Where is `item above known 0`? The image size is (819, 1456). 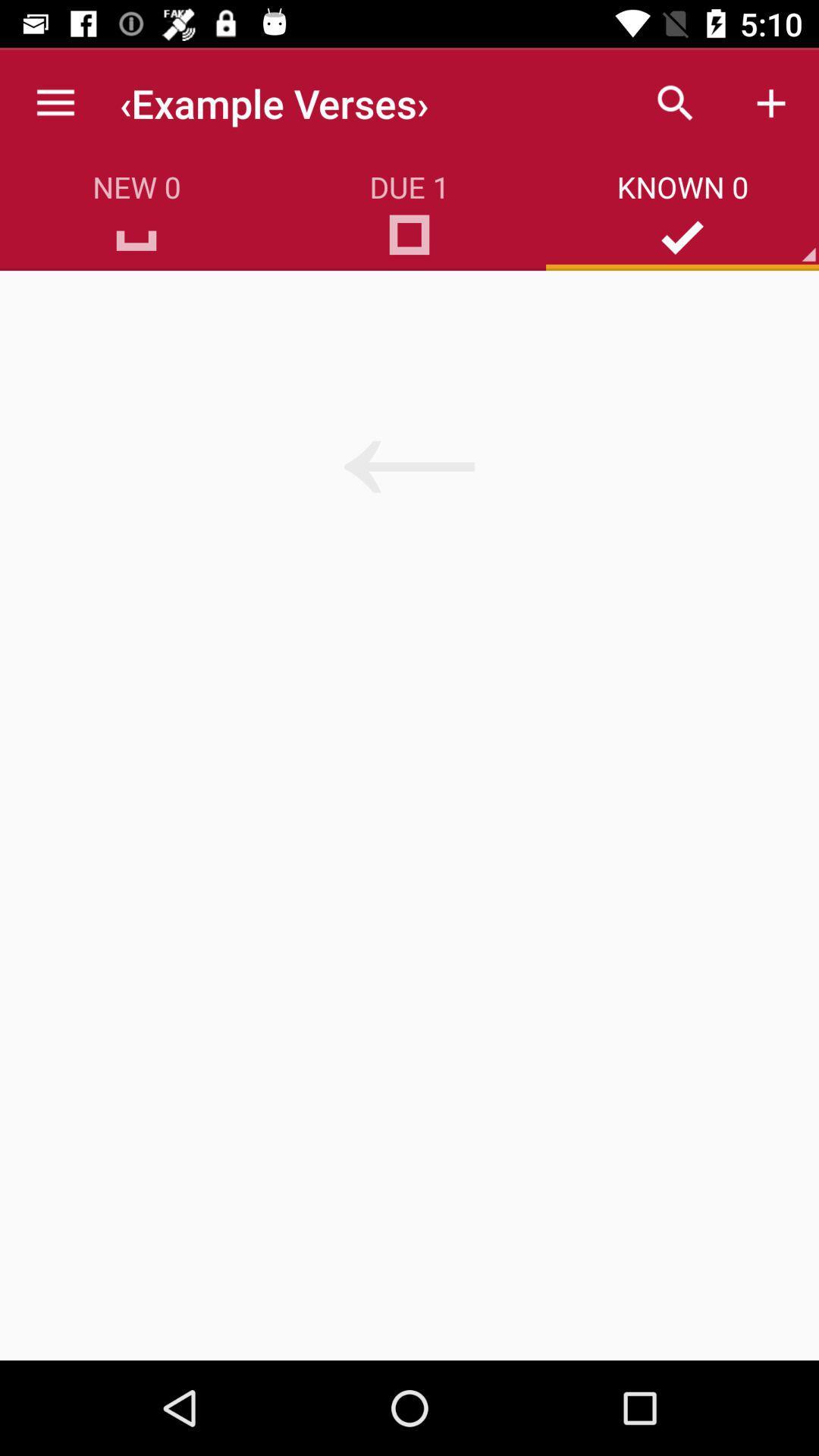
item above known 0 is located at coordinates (675, 102).